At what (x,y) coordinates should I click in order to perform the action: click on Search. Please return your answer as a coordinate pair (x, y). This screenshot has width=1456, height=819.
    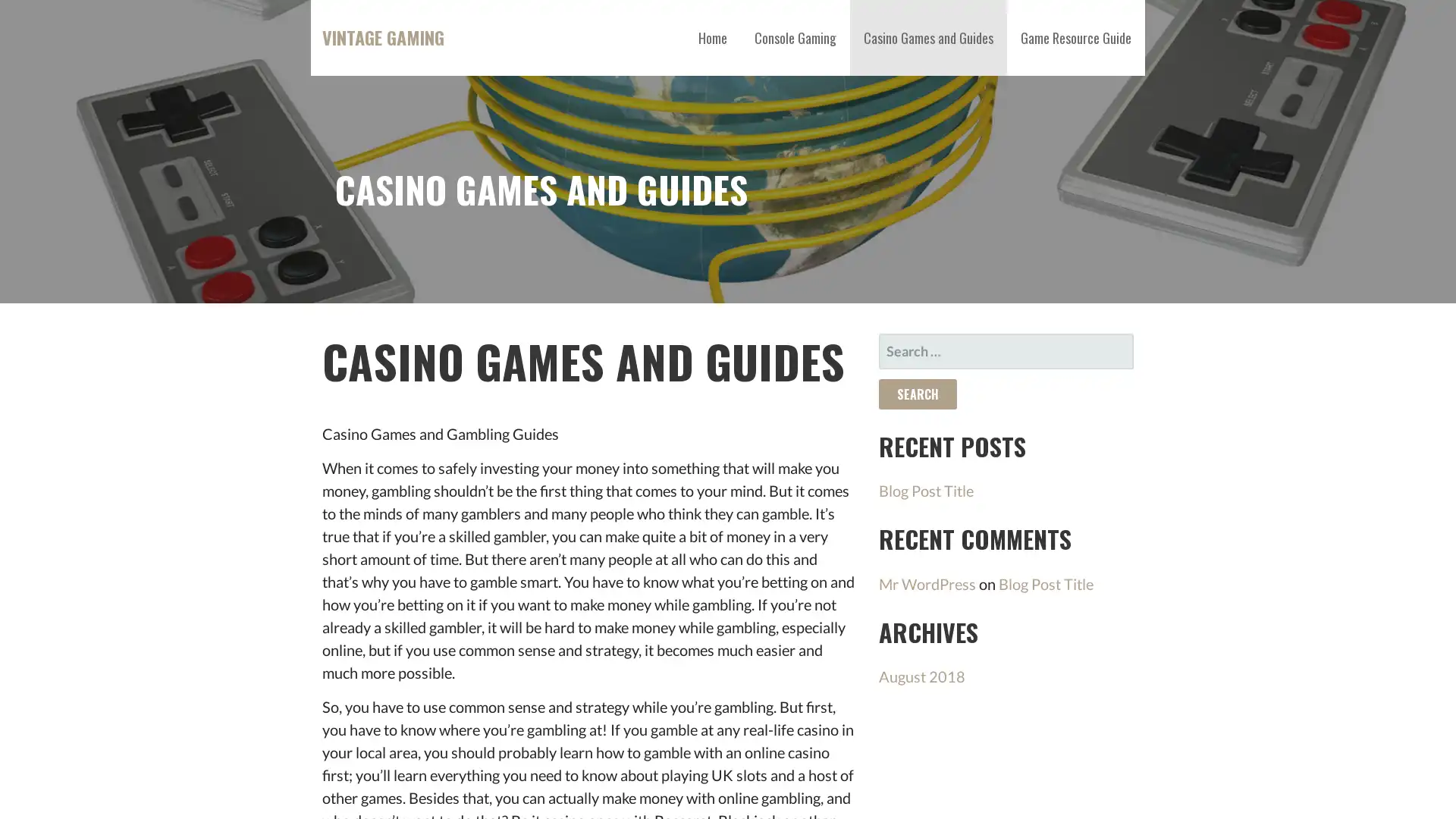
    Looking at the image, I should click on (916, 394).